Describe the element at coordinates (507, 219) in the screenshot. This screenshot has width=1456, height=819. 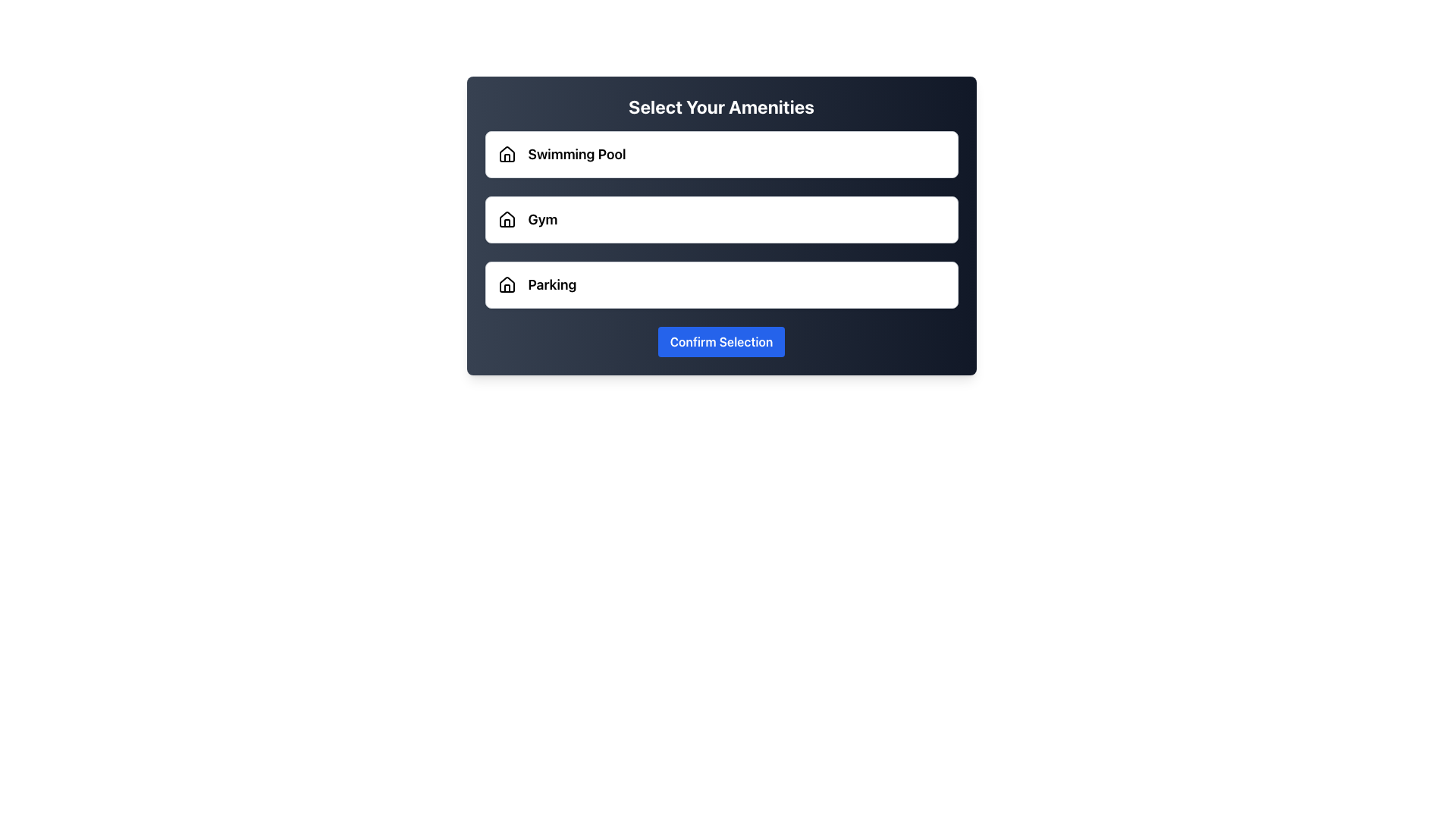
I see `the 'Gym' icon in the amenities list, which is the second item next to the label 'Gym'` at that location.